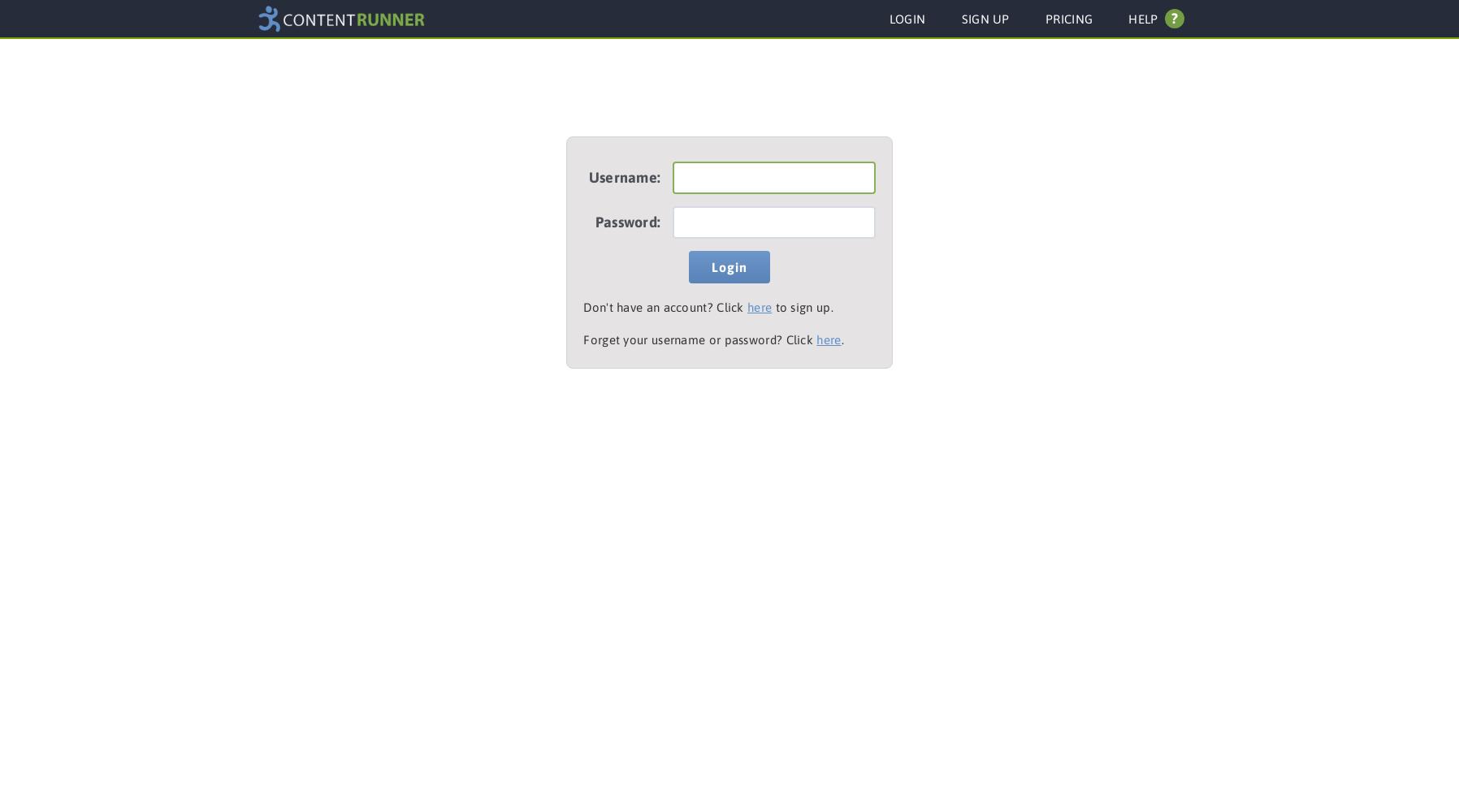 This screenshot has width=1459, height=812. I want to click on 'Username:', so click(624, 176).